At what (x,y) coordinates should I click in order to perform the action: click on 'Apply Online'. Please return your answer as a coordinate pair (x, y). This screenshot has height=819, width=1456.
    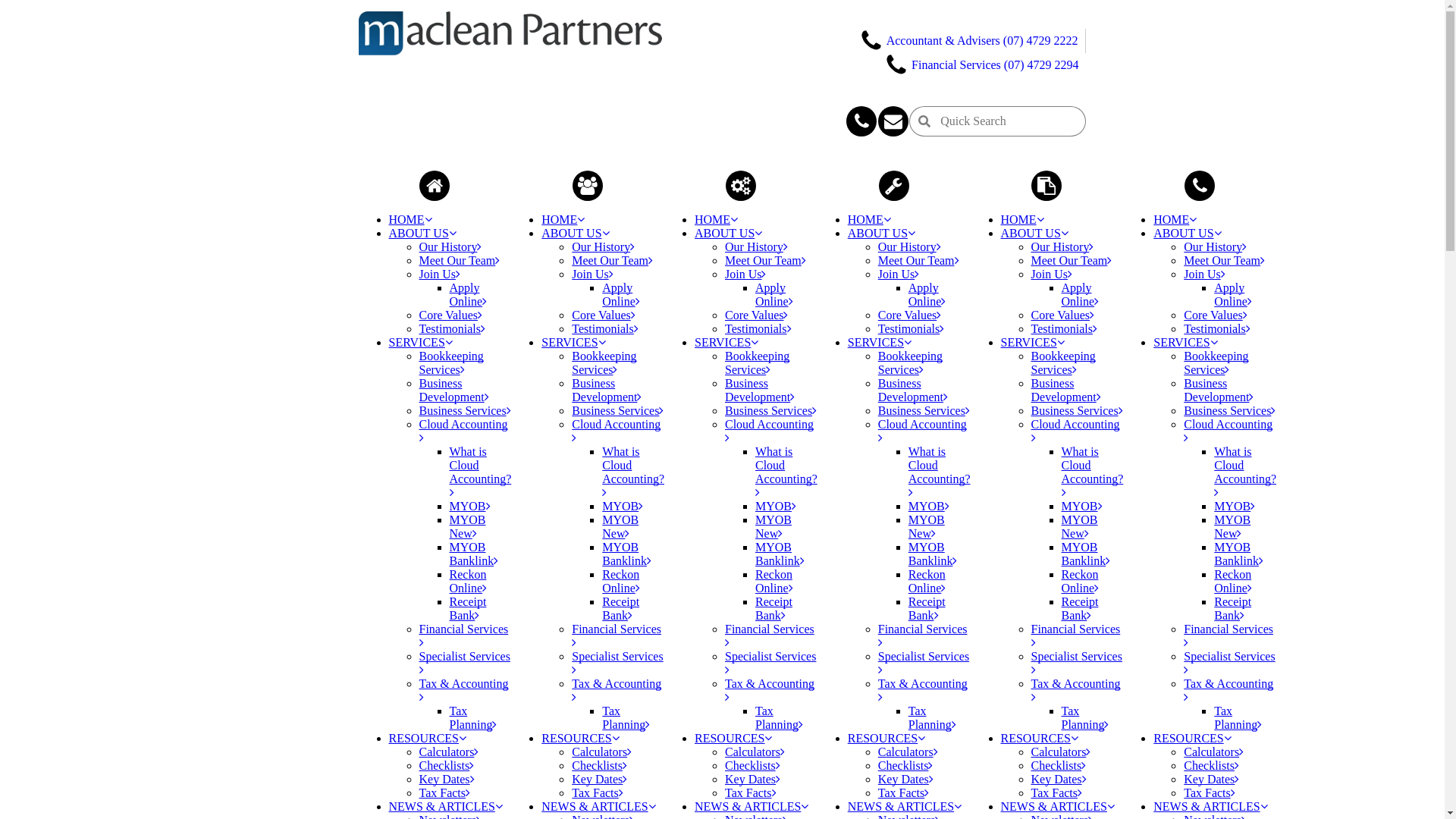
    Looking at the image, I should click on (774, 294).